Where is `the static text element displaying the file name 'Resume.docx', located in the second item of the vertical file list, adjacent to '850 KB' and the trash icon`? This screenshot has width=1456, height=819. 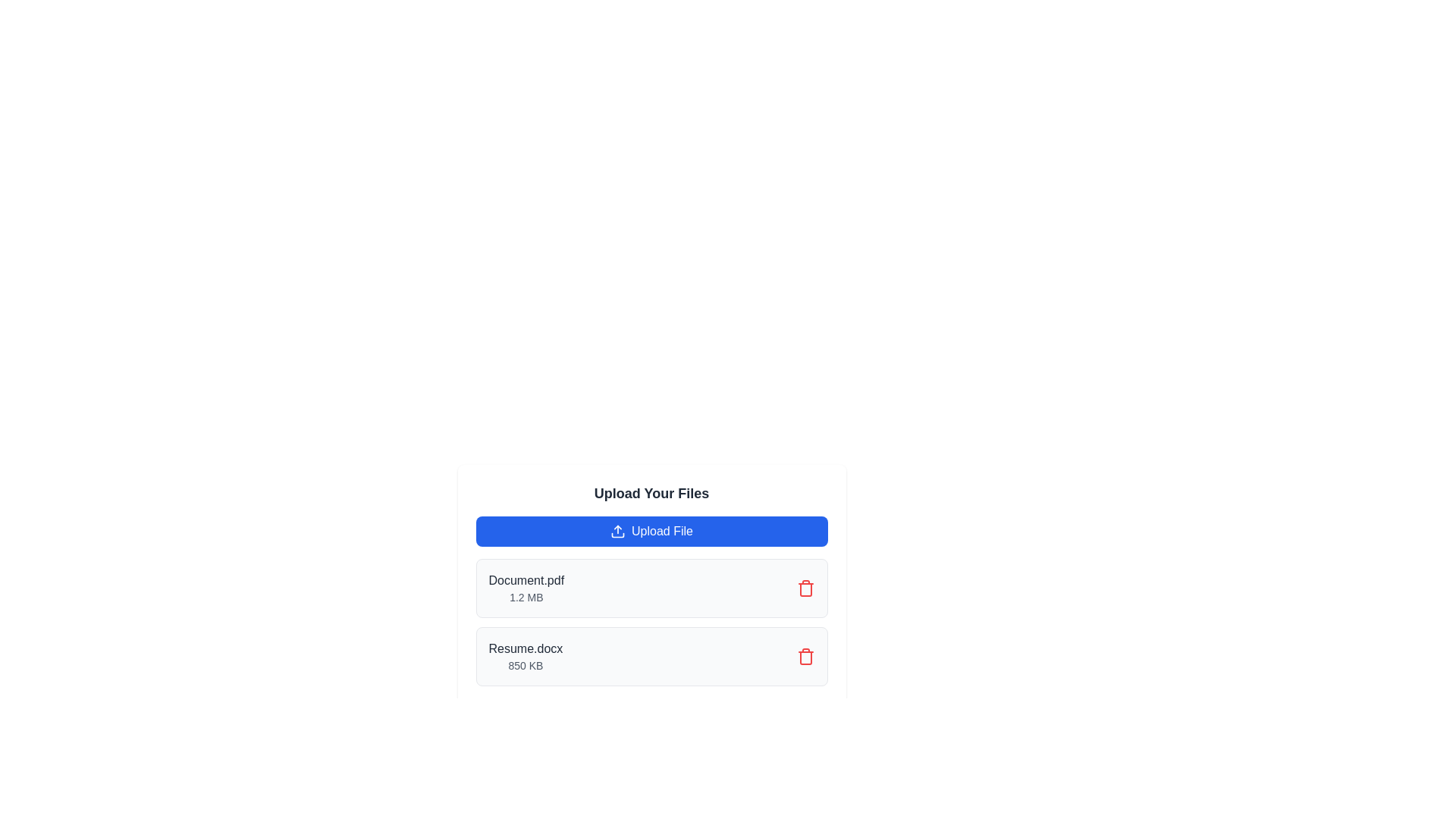
the static text element displaying the file name 'Resume.docx', located in the second item of the vertical file list, adjacent to '850 KB' and the trash icon is located at coordinates (526, 648).